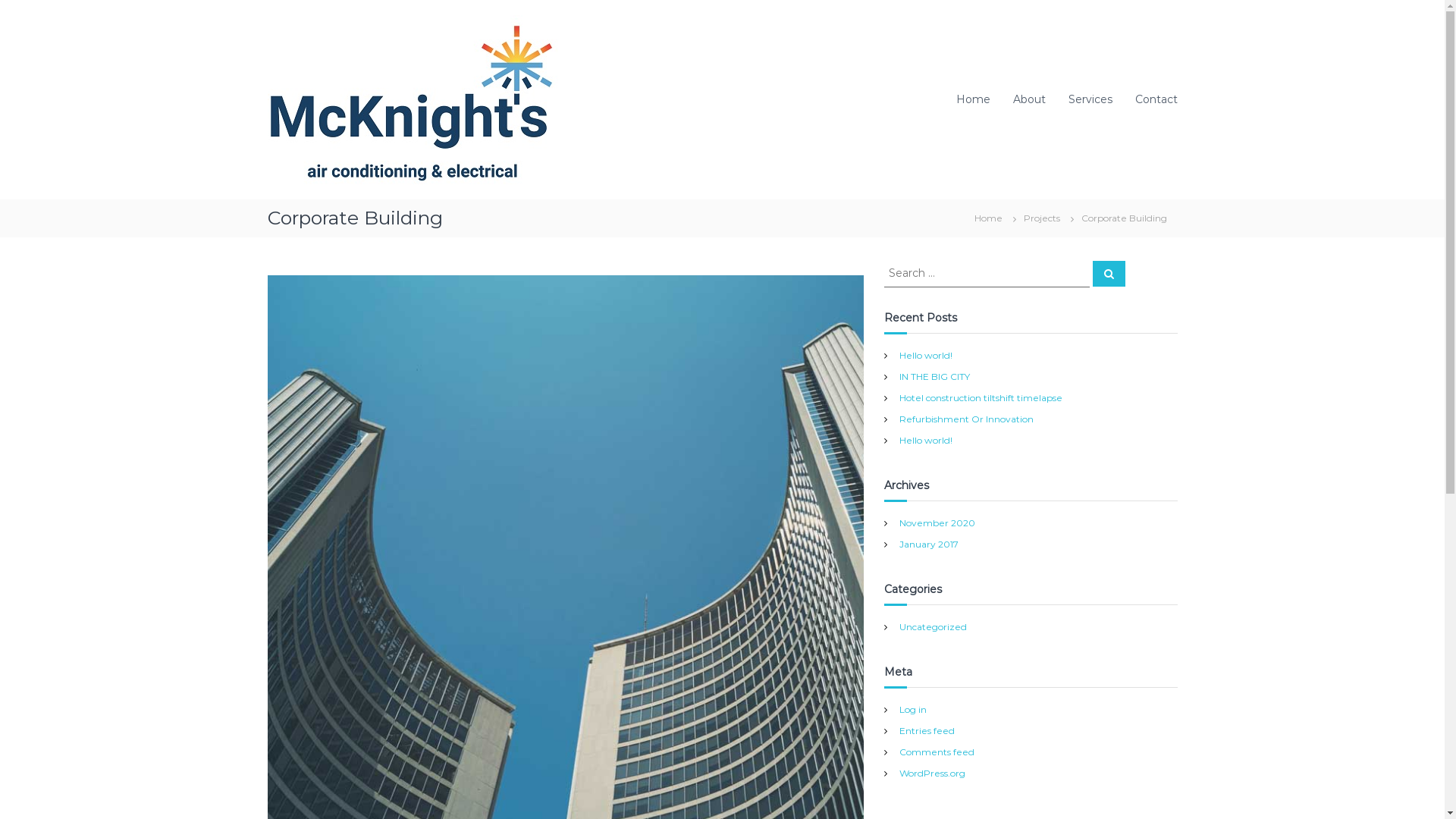  What do you see at coordinates (924, 439) in the screenshot?
I see `'Hello world!'` at bounding box center [924, 439].